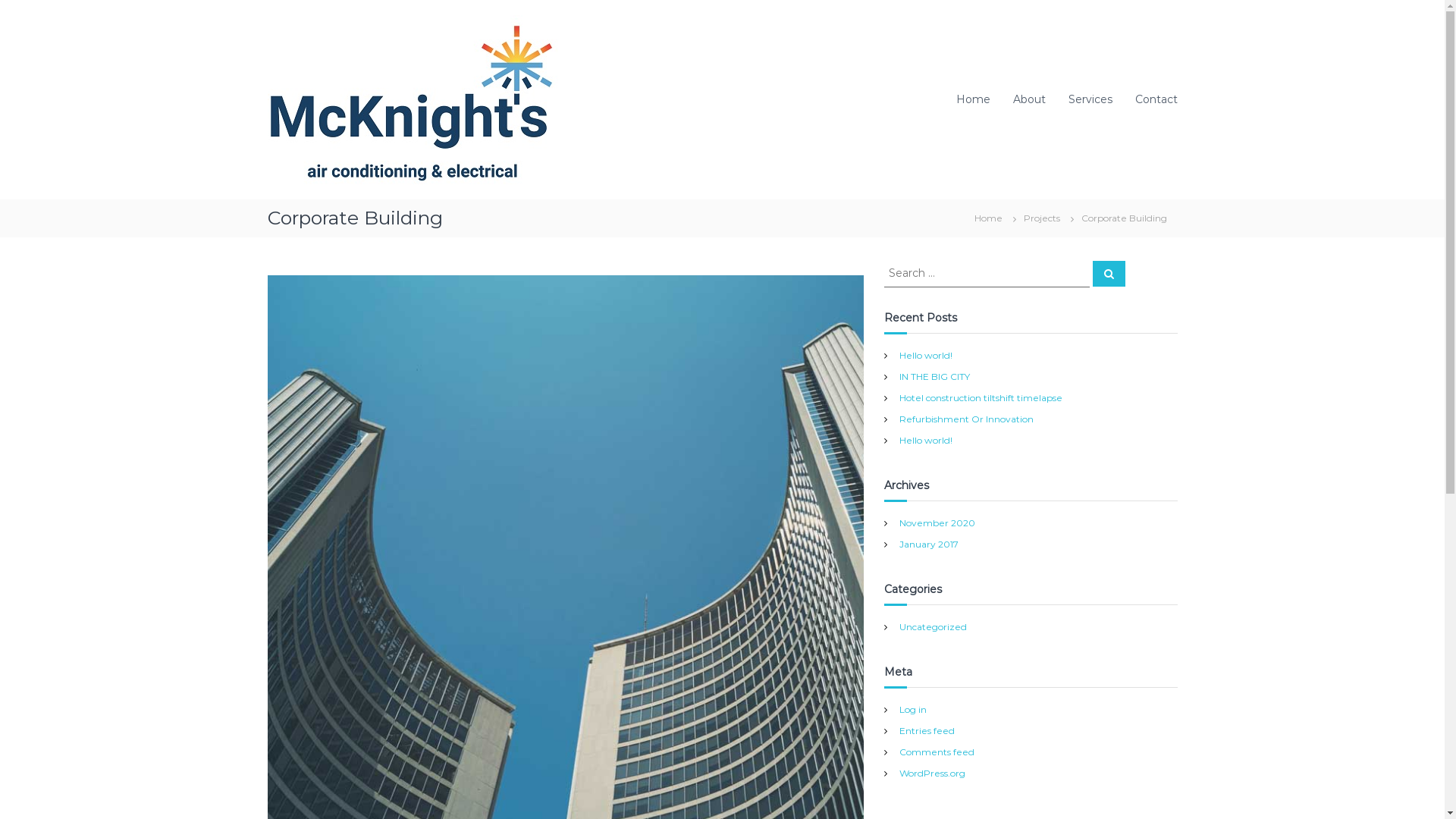  What do you see at coordinates (924, 439) in the screenshot?
I see `'Hello world!'` at bounding box center [924, 439].